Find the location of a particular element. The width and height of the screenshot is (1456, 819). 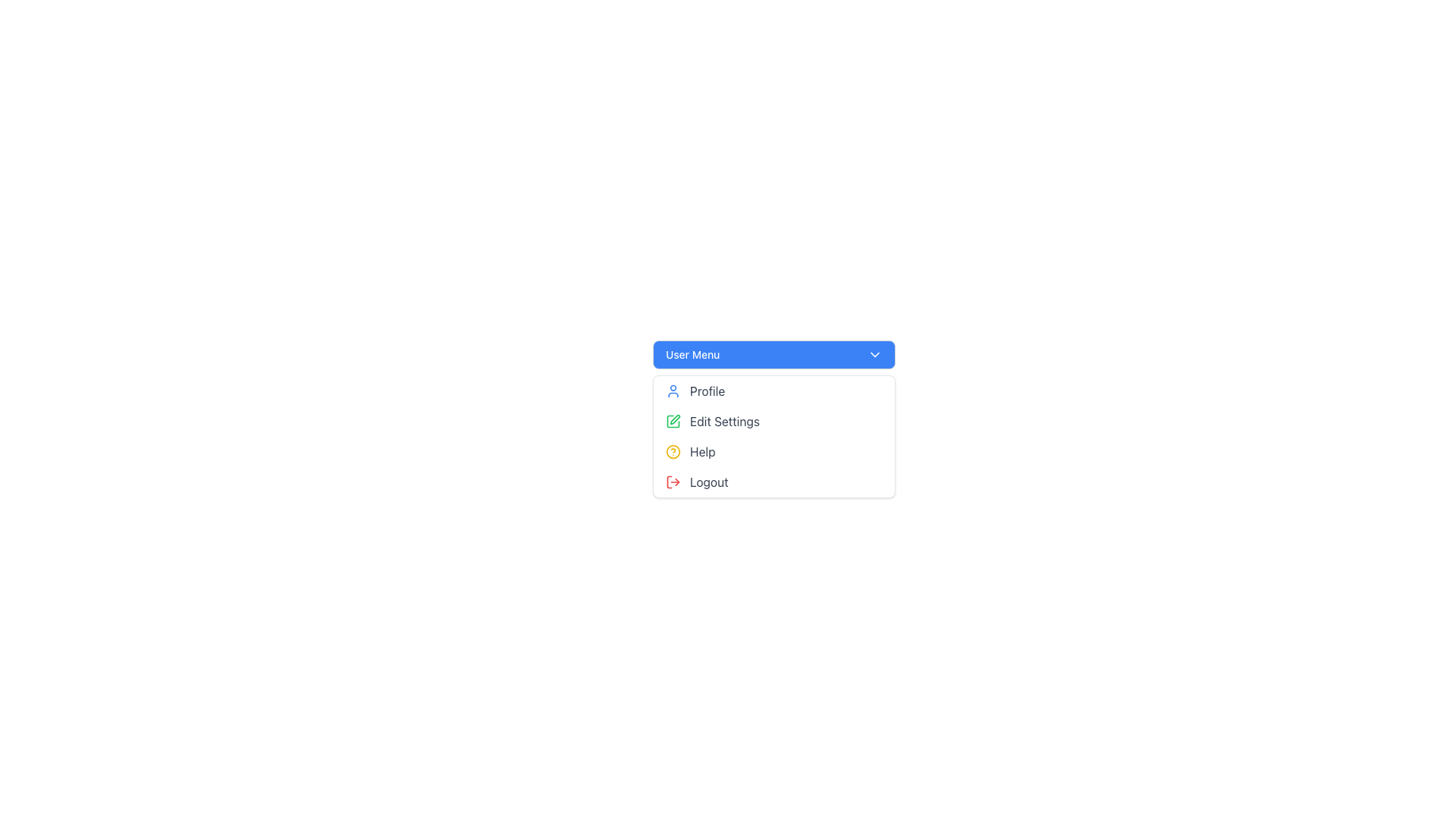

the circular yellow graphical icon element located to the left of the 'Help' menu item in the dropdown interface is located at coordinates (673, 451).